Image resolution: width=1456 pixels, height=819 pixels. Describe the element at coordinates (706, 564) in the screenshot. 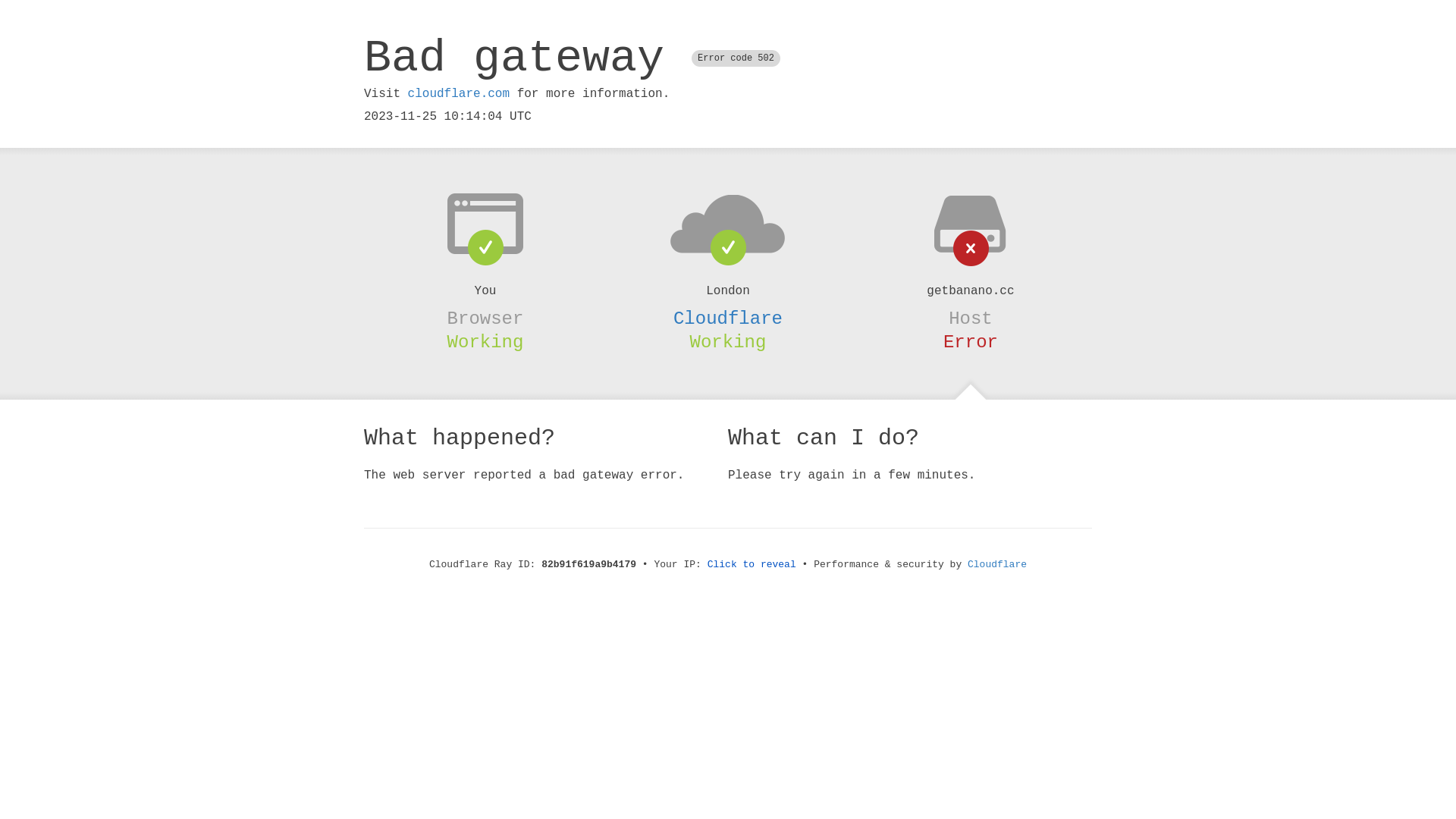

I see `'Click to reveal'` at that location.